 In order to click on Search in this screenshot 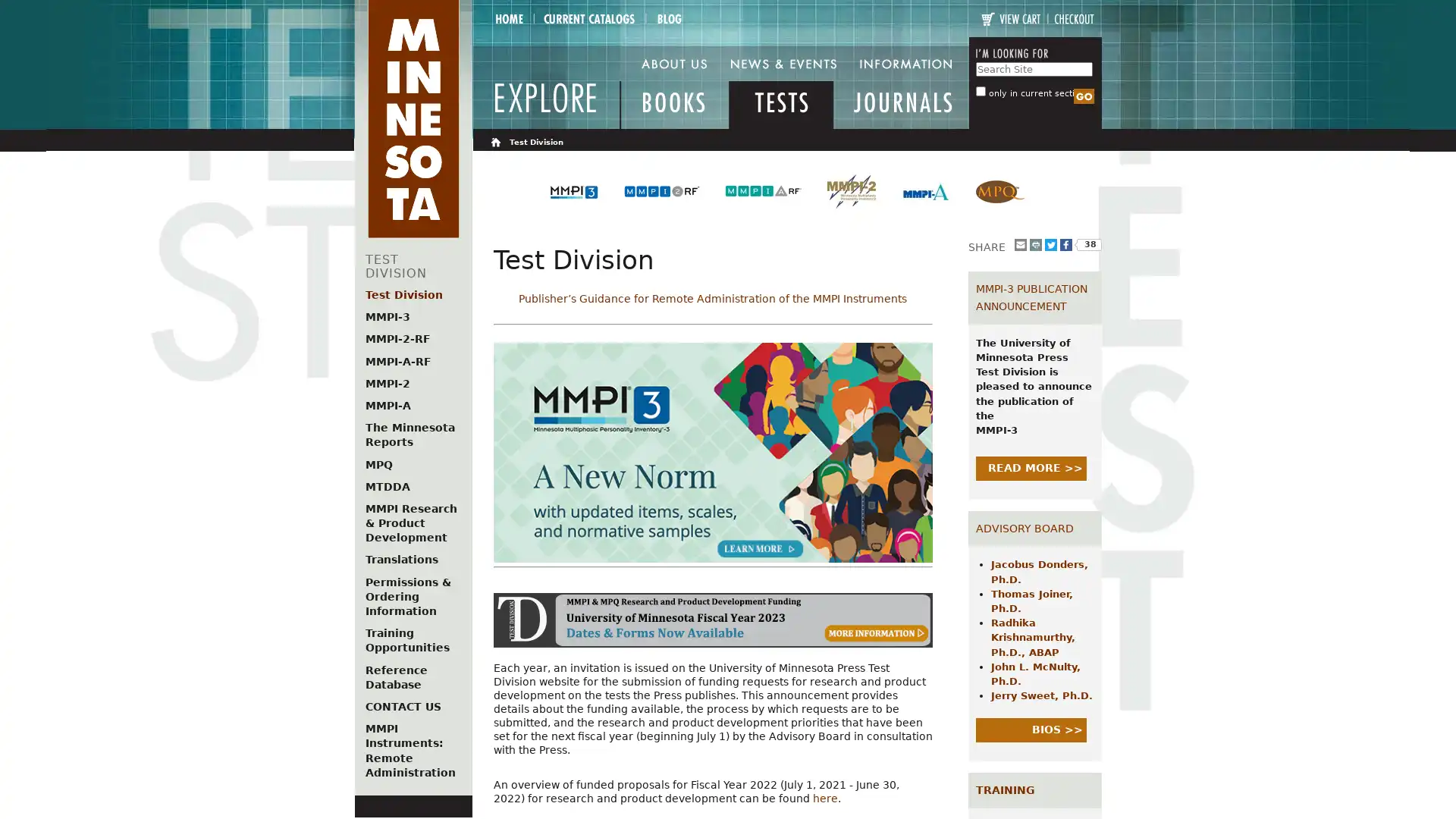, I will do `click(1083, 96)`.